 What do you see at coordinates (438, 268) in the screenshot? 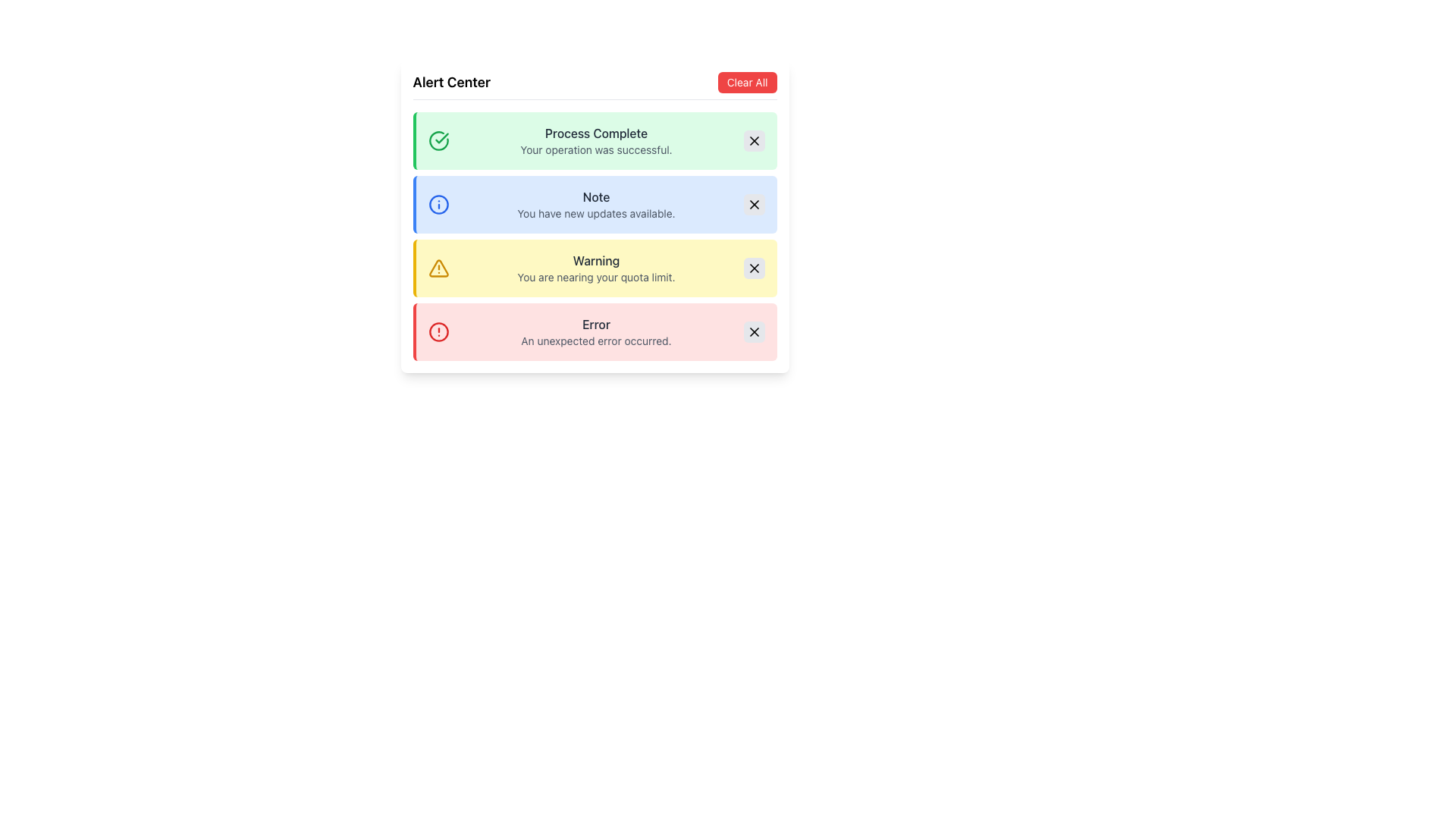
I see `the triangular caution icon located in the warning section of the Alert Center interface` at bounding box center [438, 268].